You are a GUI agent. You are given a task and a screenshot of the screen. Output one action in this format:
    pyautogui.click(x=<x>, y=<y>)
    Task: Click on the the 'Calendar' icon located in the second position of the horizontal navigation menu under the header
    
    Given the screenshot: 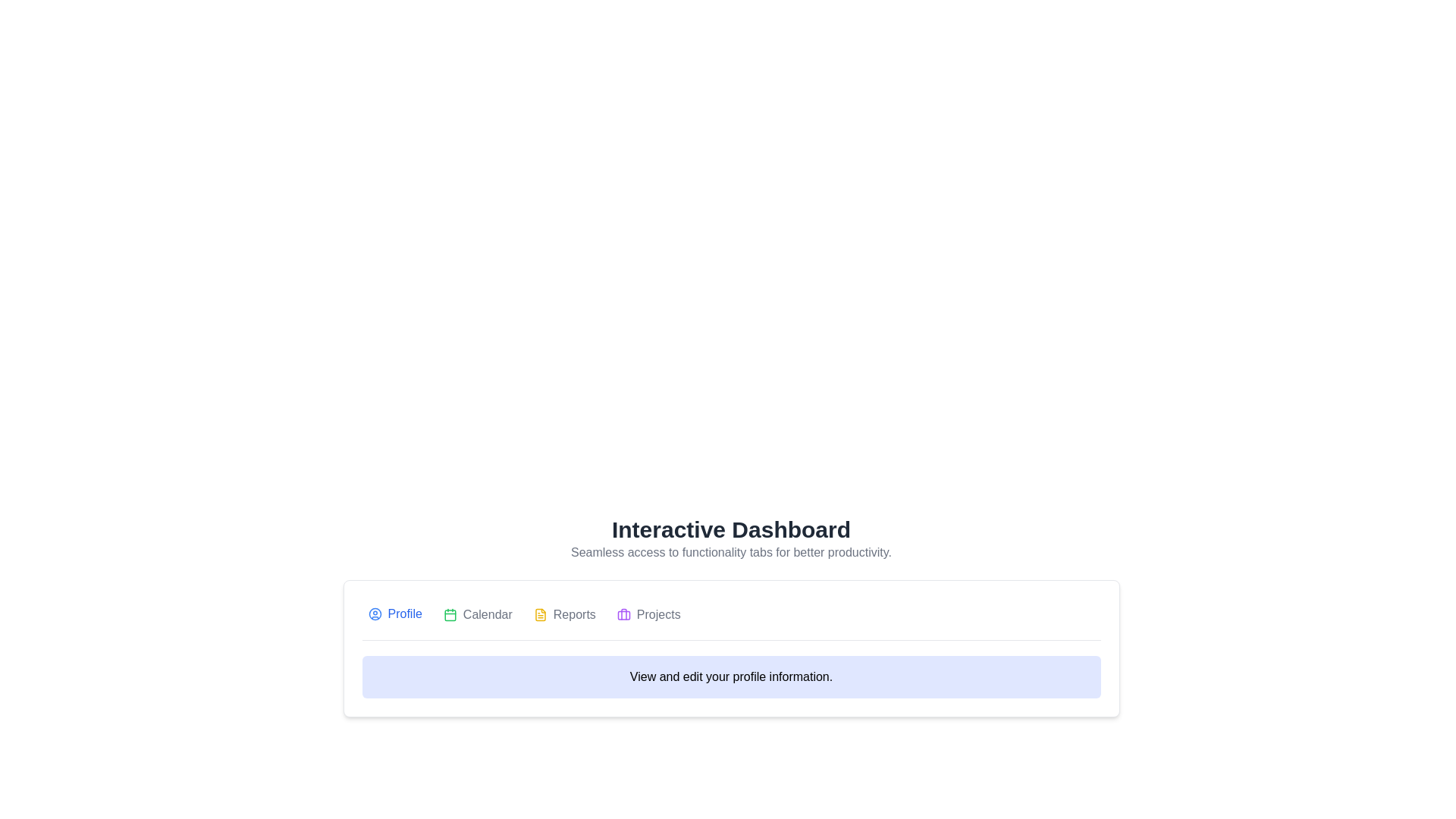 What is the action you would take?
    pyautogui.click(x=449, y=614)
    